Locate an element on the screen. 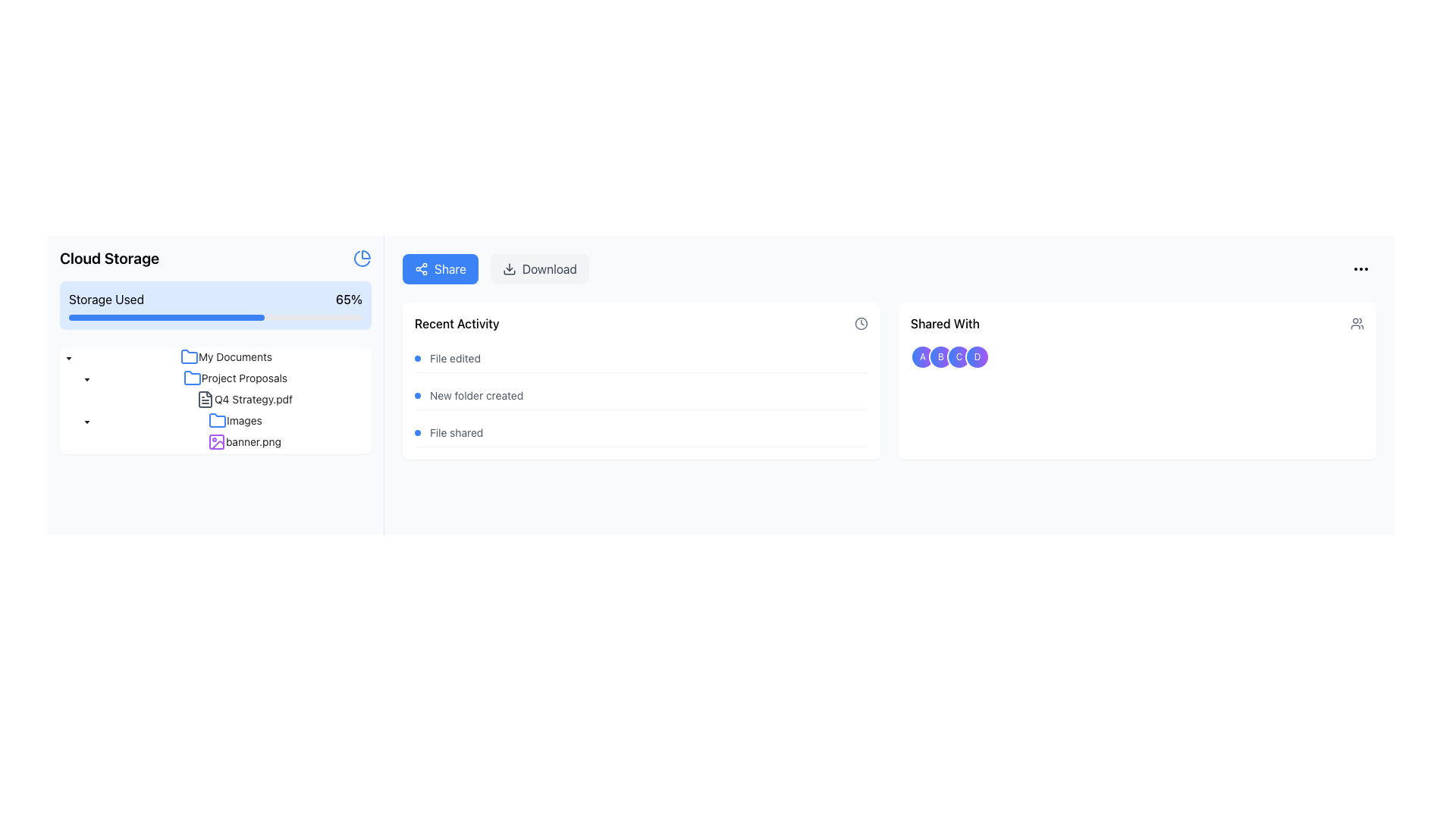 Image resolution: width=1456 pixels, height=819 pixels. the Progress Bar located in the 'Storage Used' section of the 'Cloud Storage' panel, which visually represents the percentage of storage space utilized and is situated below the text 'Storage Used' and the percentage '65%.' is located at coordinates (215, 317).